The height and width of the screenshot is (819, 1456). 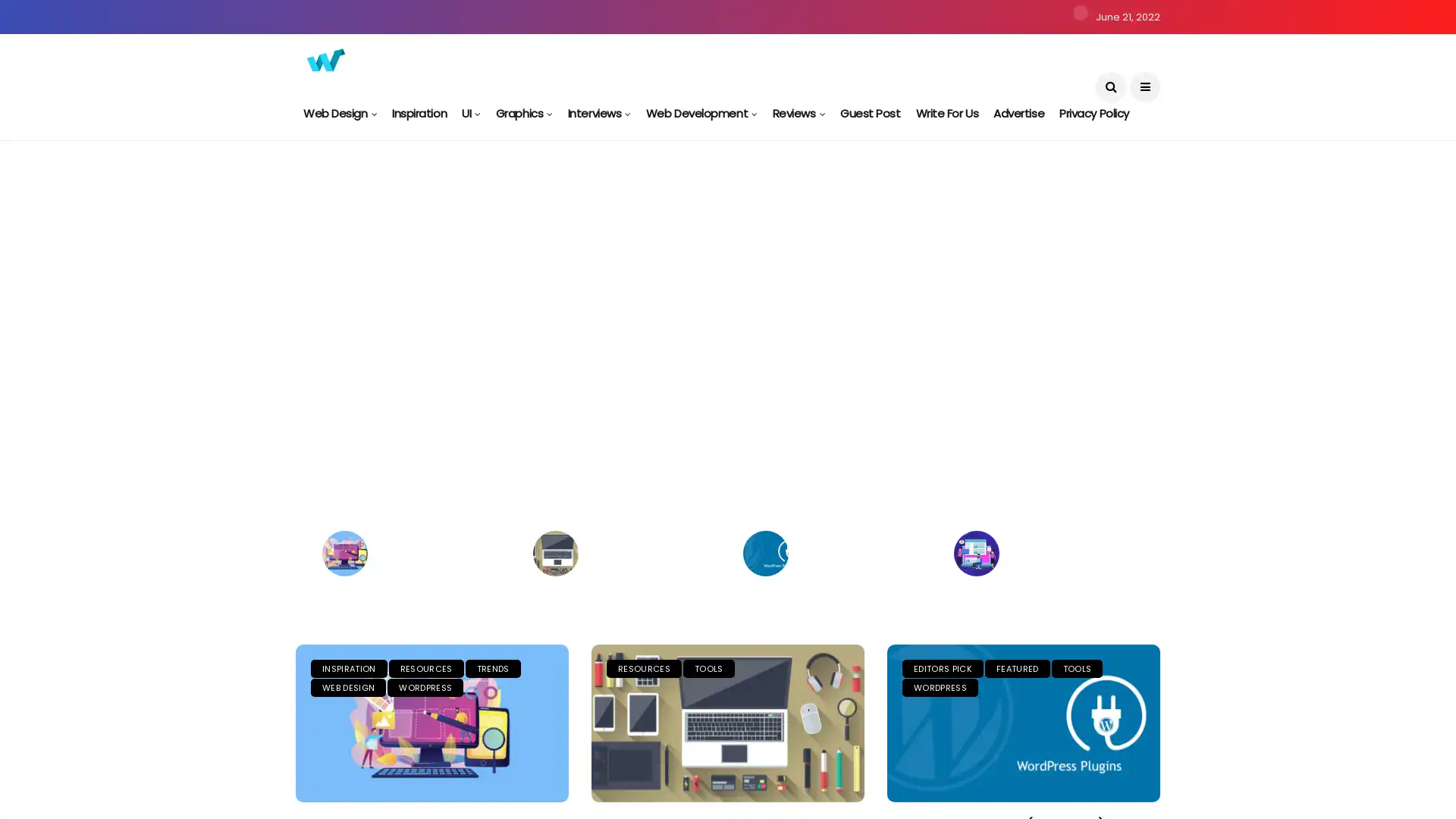 What do you see at coordinates (1429, 764) in the screenshot?
I see `Close Ad` at bounding box center [1429, 764].